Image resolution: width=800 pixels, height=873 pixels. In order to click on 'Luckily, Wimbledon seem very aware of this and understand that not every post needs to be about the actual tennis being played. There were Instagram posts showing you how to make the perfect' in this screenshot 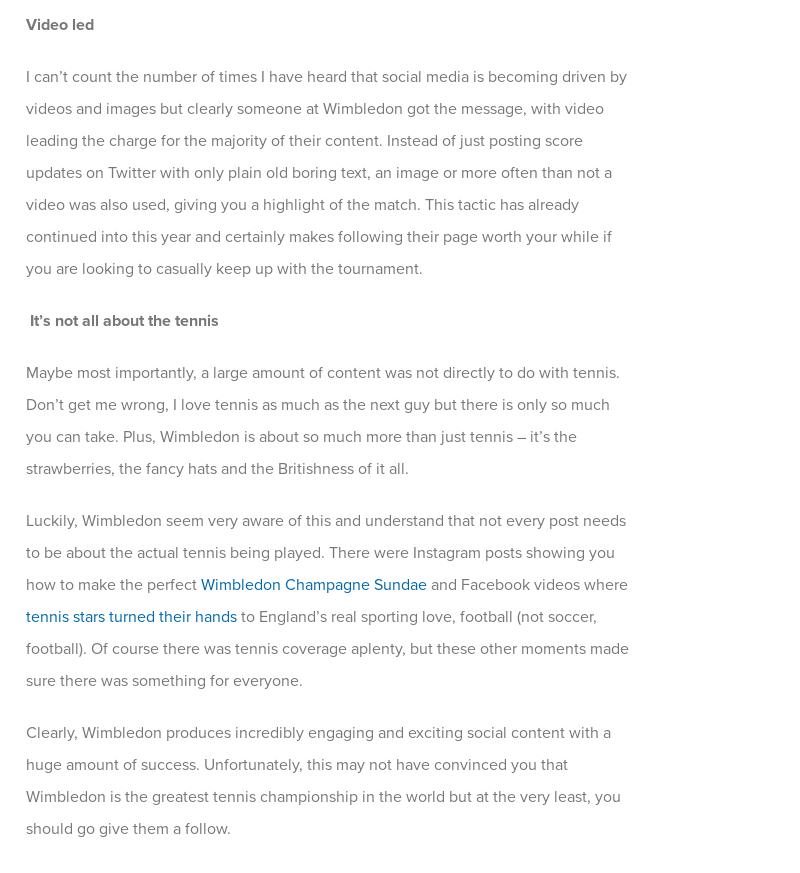, I will do `click(26, 551)`.